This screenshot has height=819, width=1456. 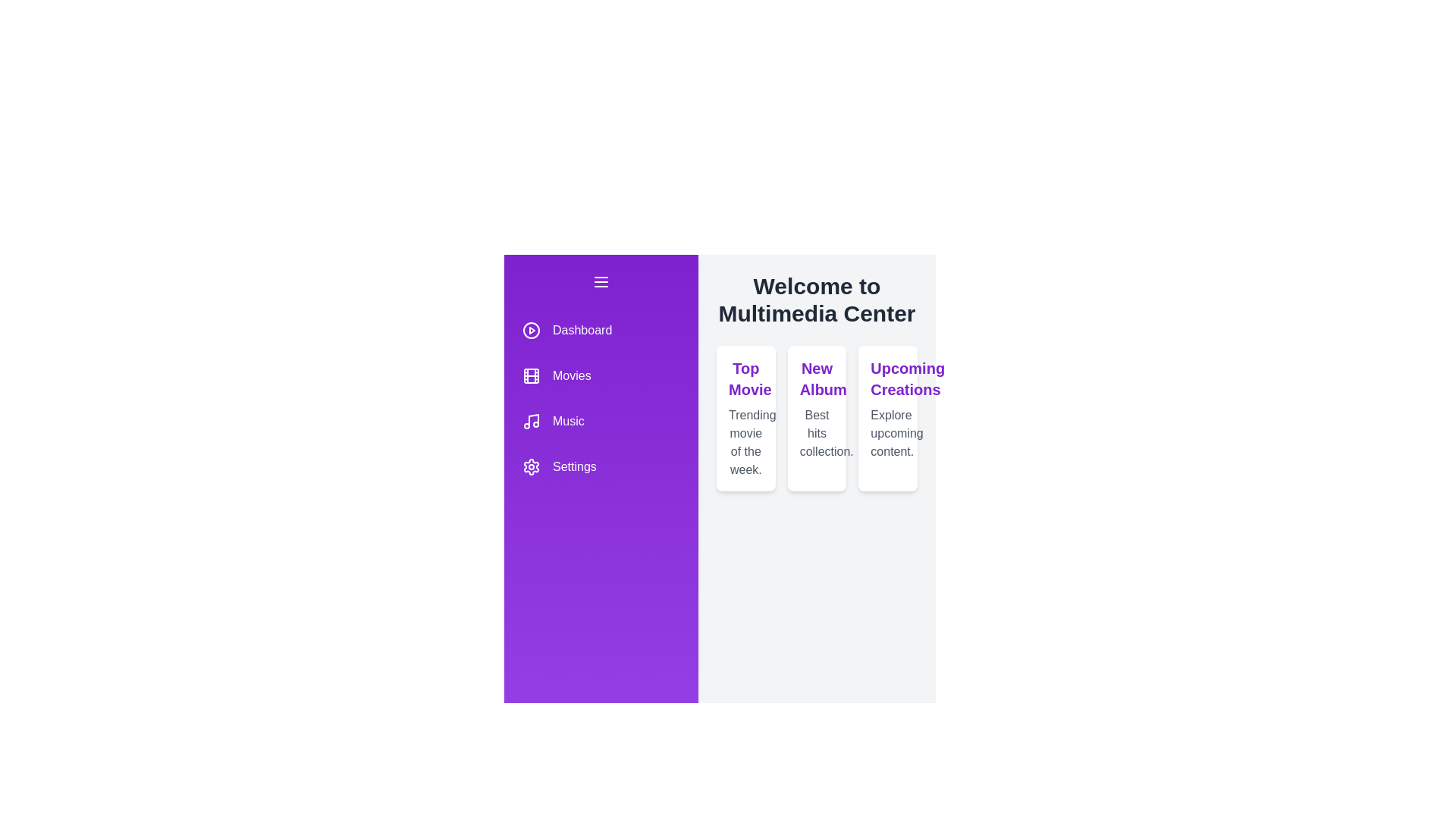 What do you see at coordinates (600, 375) in the screenshot?
I see `the menu item Movies to observe the hover effect` at bounding box center [600, 375].